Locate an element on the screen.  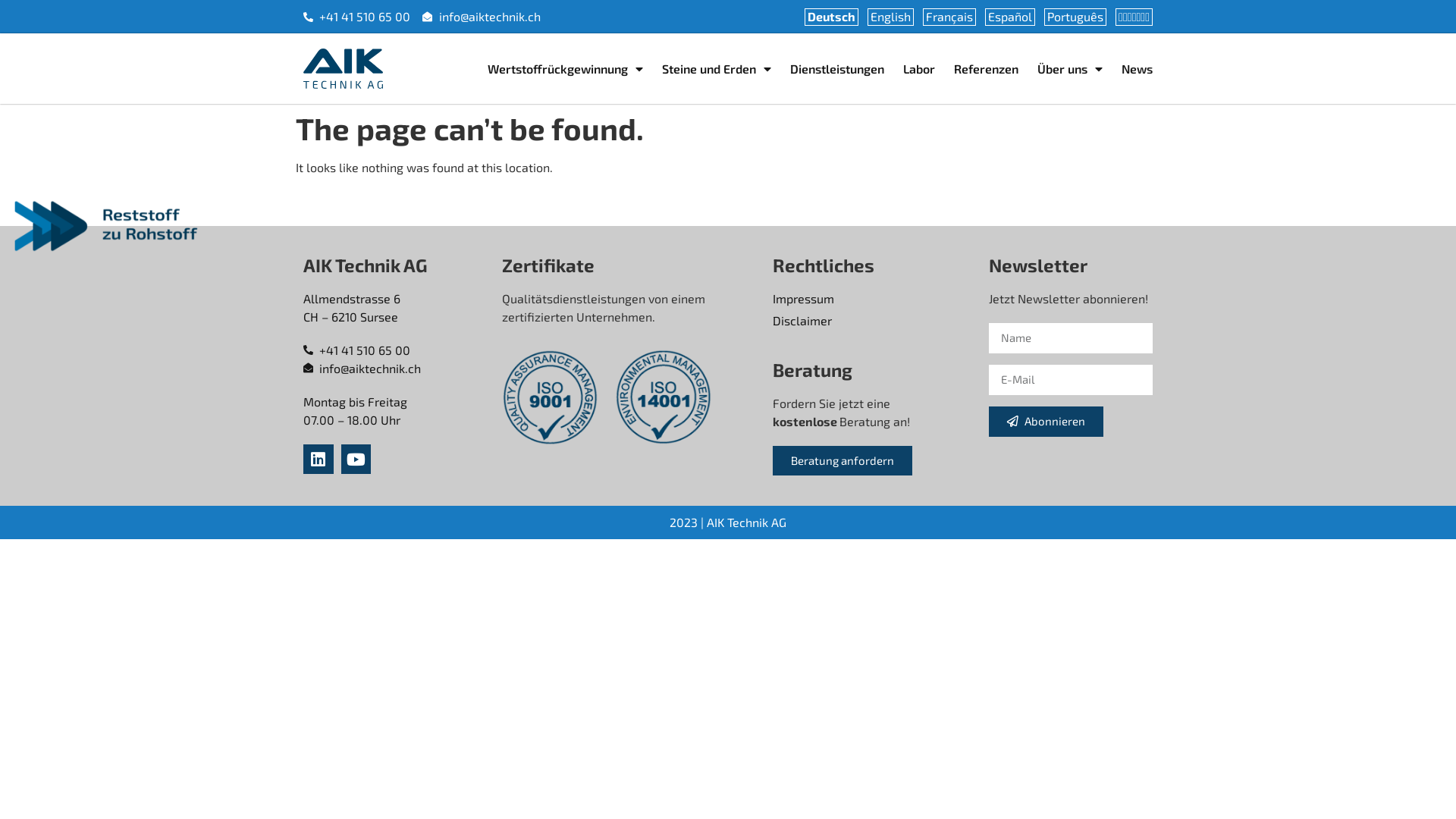
'English' is located at coordinates (890, 17).